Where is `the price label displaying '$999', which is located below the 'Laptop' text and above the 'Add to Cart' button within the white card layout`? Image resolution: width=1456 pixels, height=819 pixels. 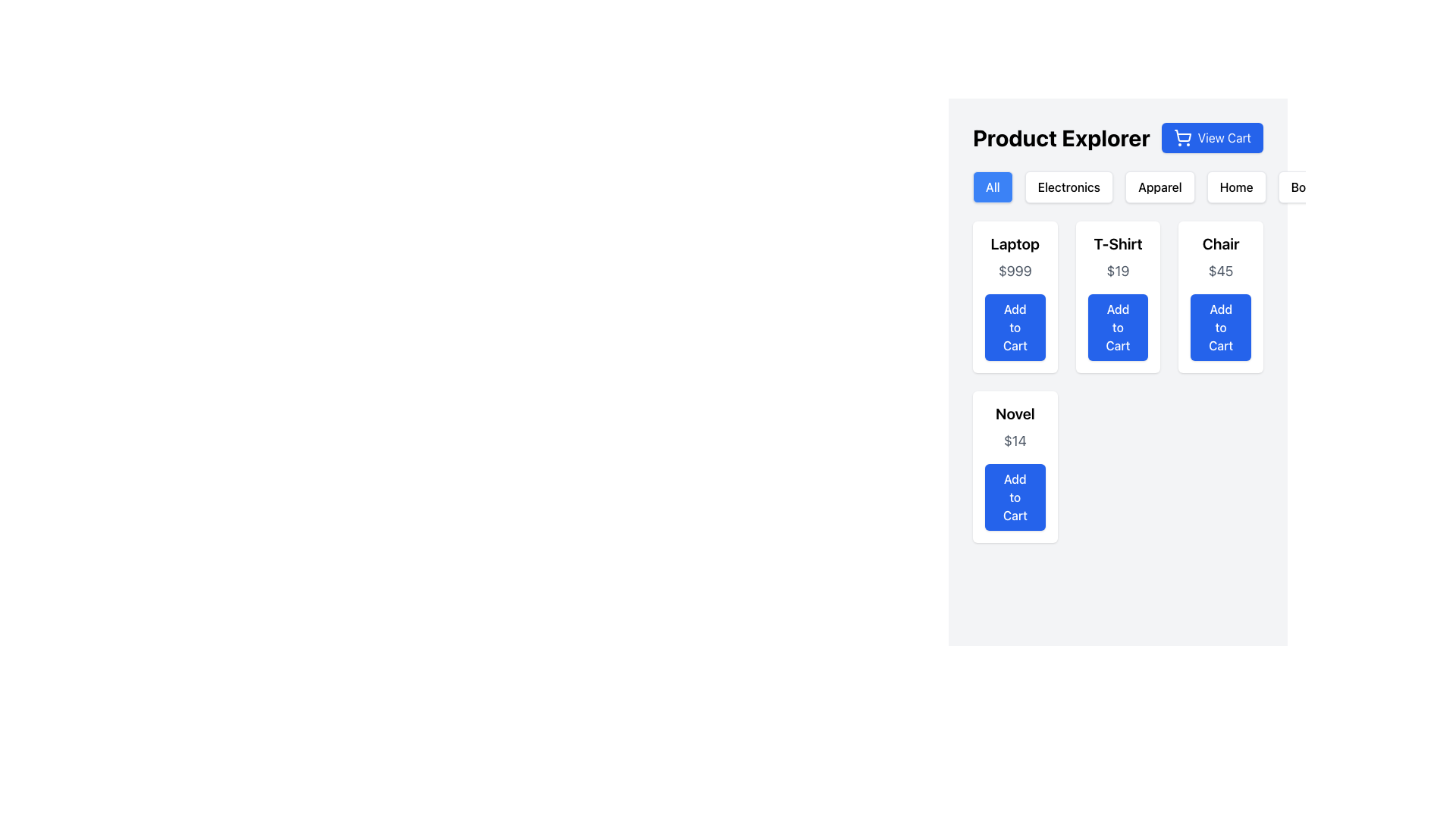 the price label displaying '$999', which is located below the 'Laptop' text and above the 'Add to Cart' button within the white card layout is located at coordinates (1015, 271).